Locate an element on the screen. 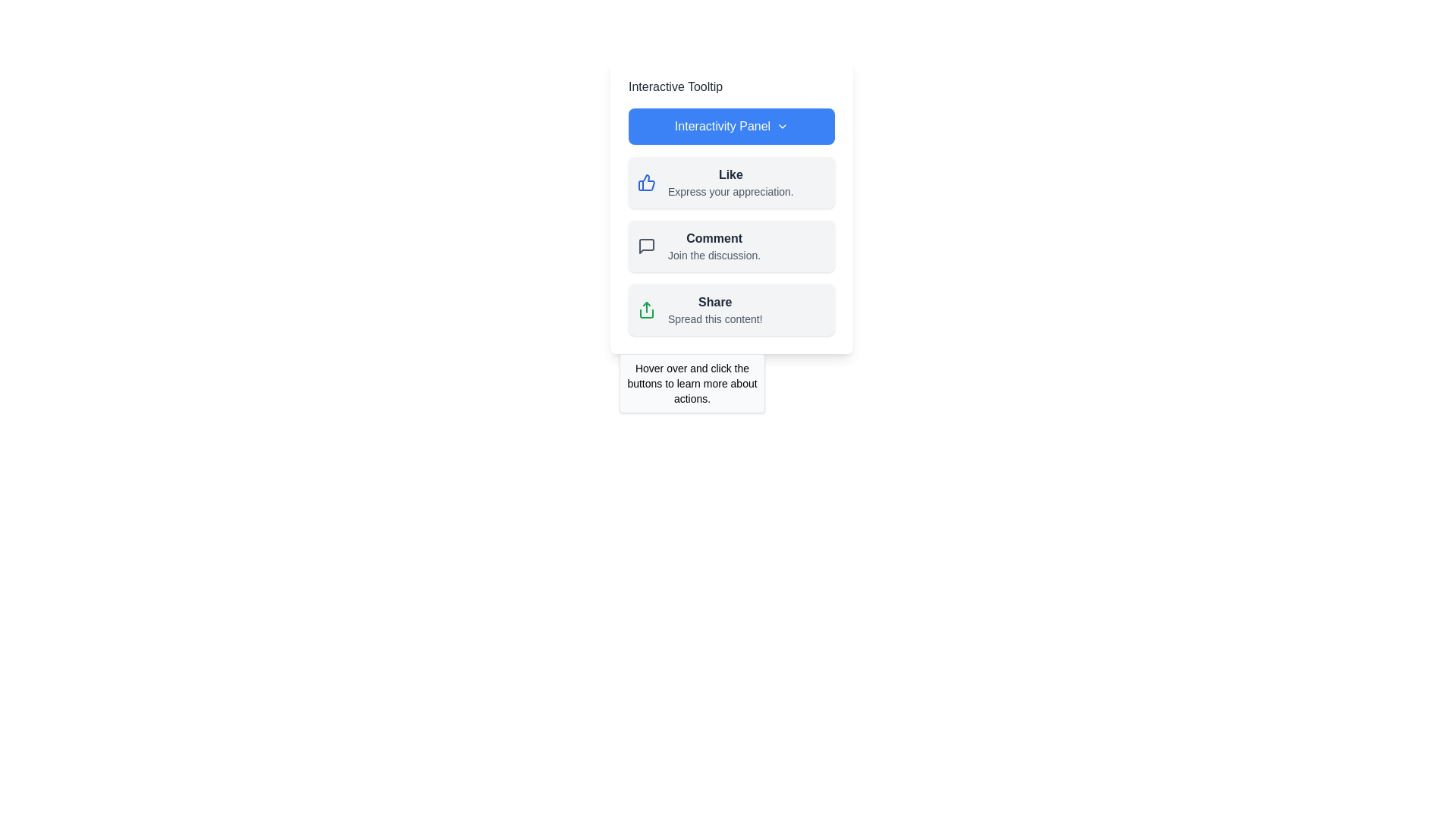  the 'Like' button, which is the first button in a vertical list under the 'Interactive Tooltip' header is located at coordinates (731, 181).